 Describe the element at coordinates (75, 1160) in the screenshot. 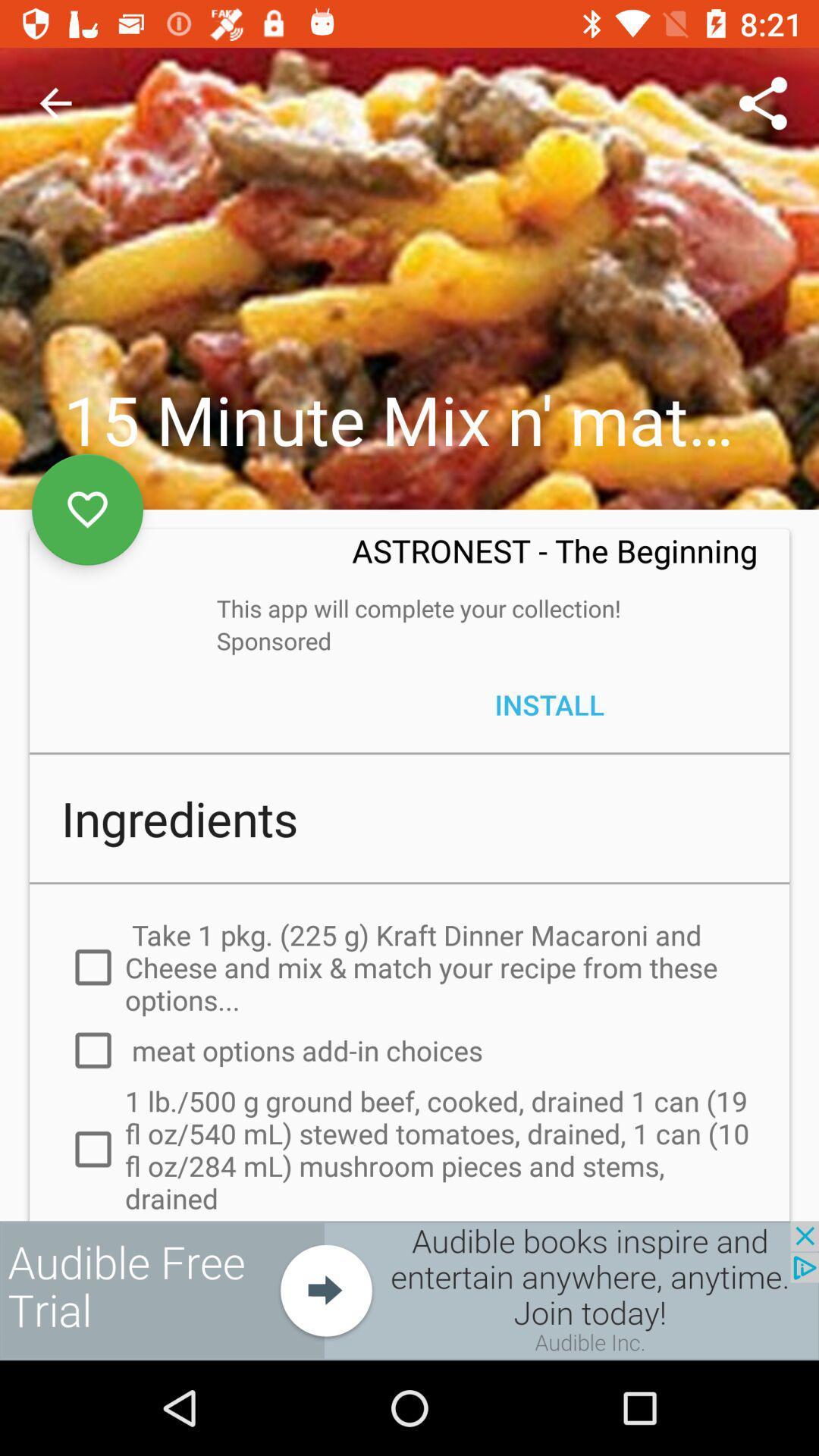

I see `the third check box` at that location.